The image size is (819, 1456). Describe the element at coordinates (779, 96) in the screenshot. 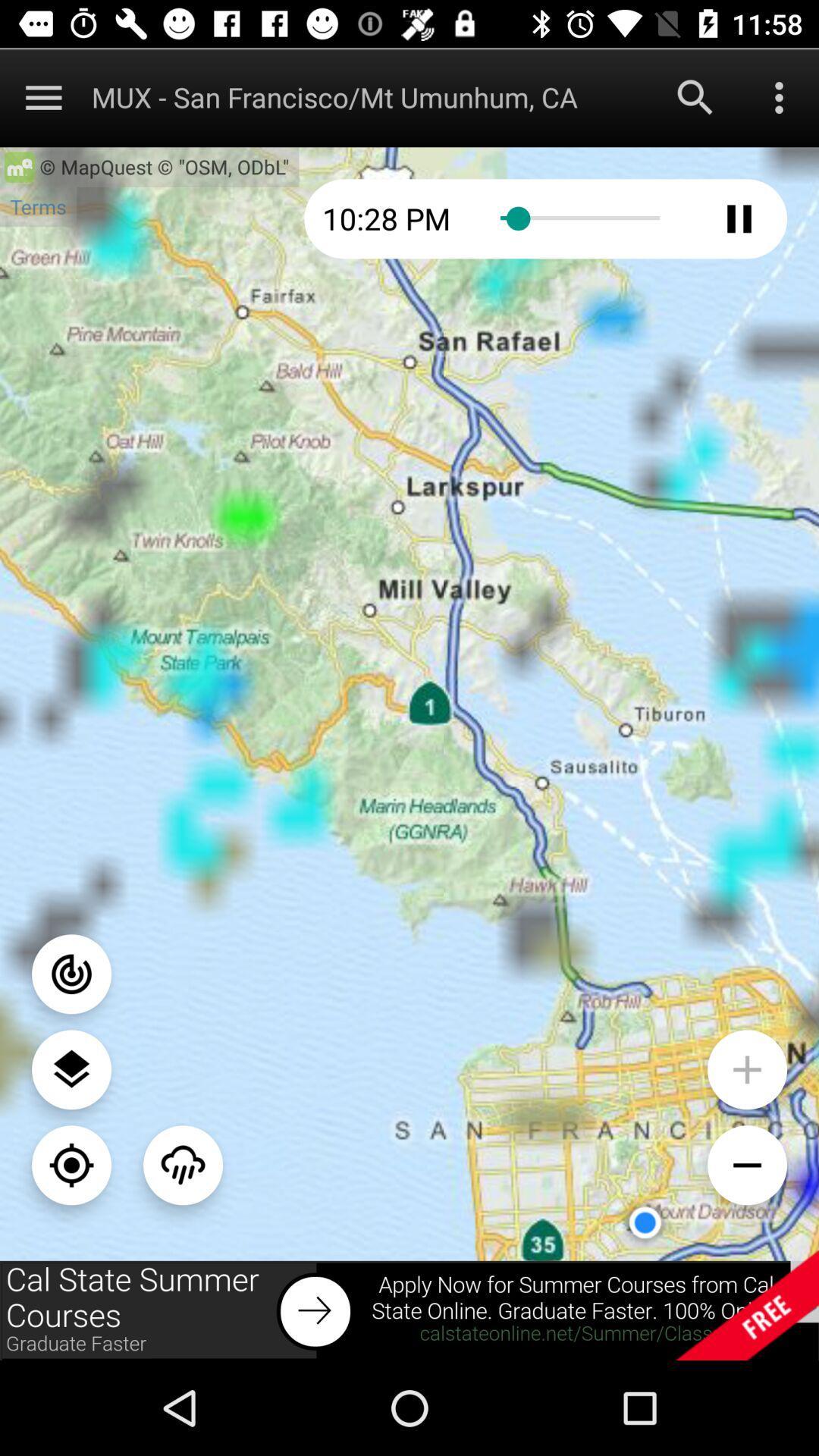

I see `menu button` at that location.